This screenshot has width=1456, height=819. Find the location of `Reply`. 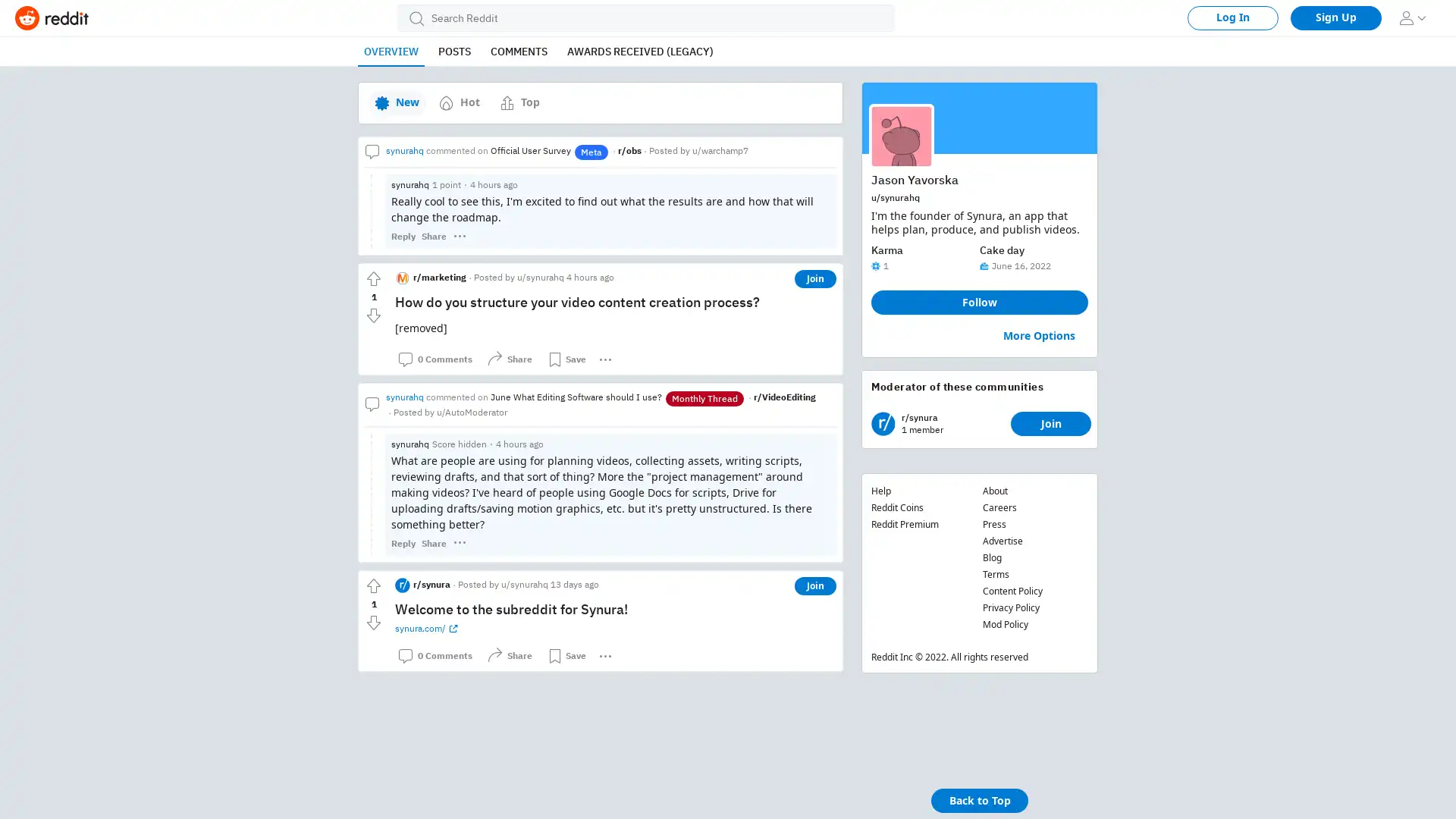

Reply is located at coordinates (403, 542).